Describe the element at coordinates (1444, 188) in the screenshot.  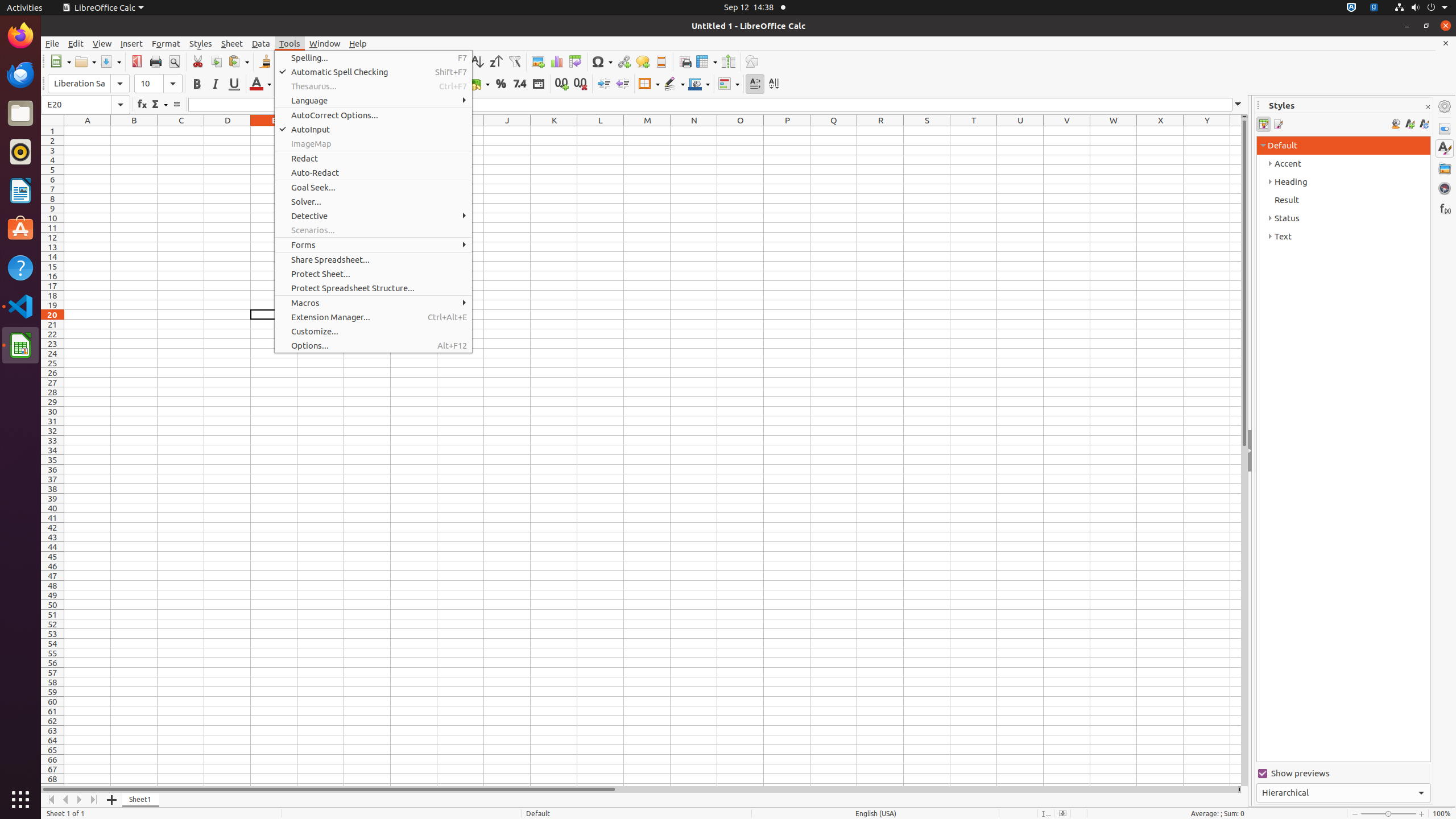
I see `'Navigator'` at that location.